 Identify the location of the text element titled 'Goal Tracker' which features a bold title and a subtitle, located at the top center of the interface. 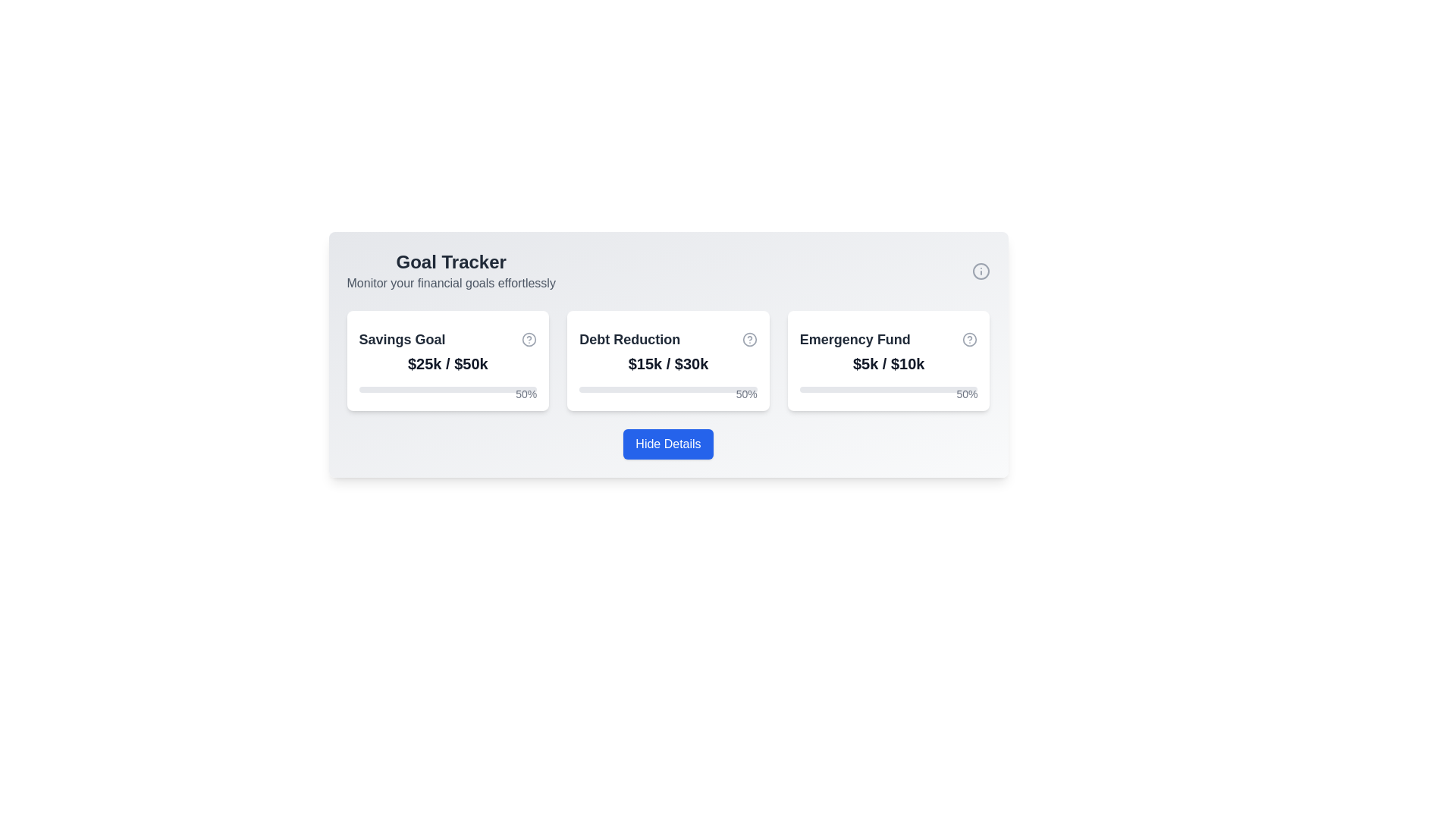
(450, 271).